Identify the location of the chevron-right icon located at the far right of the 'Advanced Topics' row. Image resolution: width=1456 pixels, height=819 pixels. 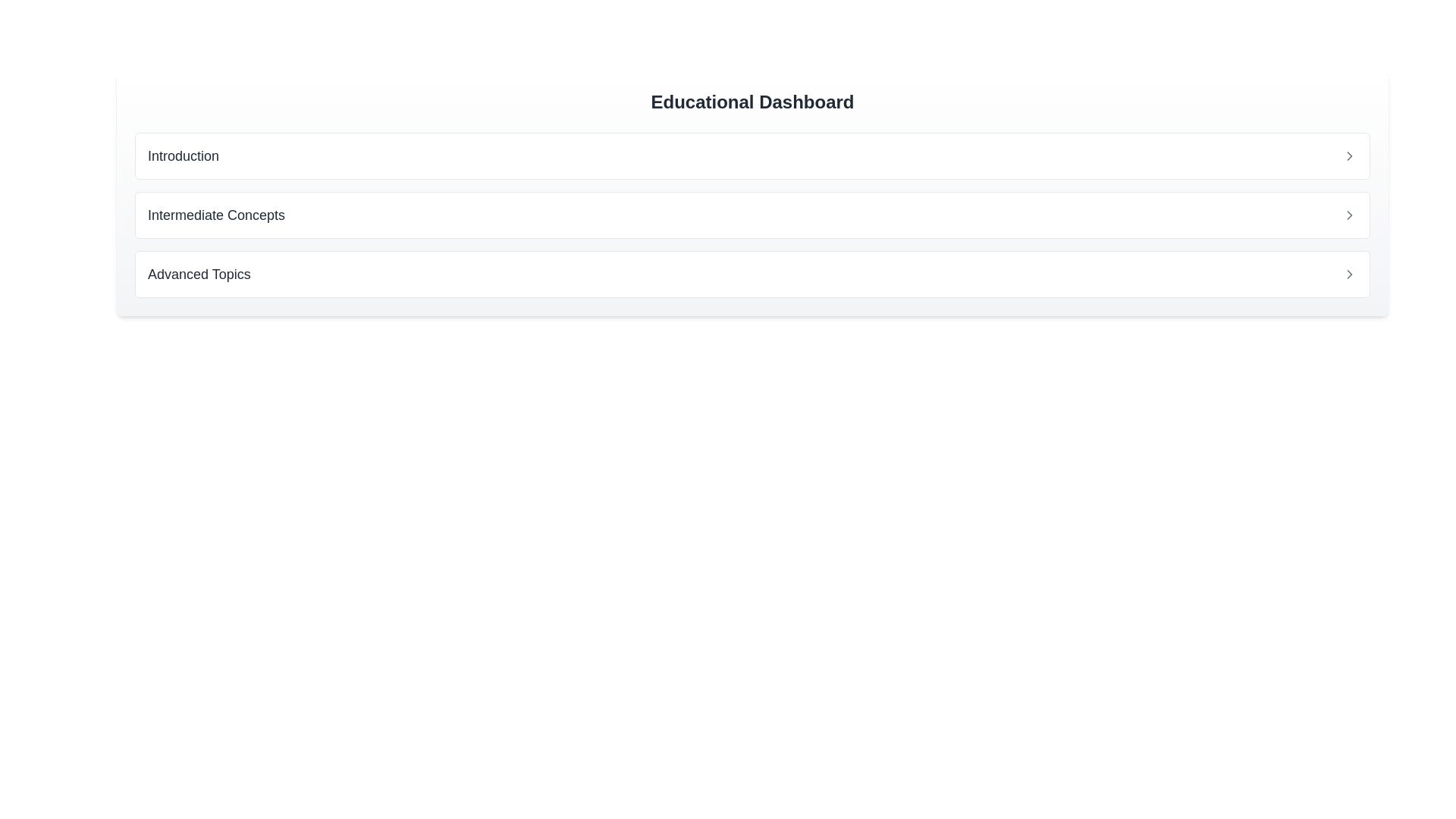
(1350, 275).